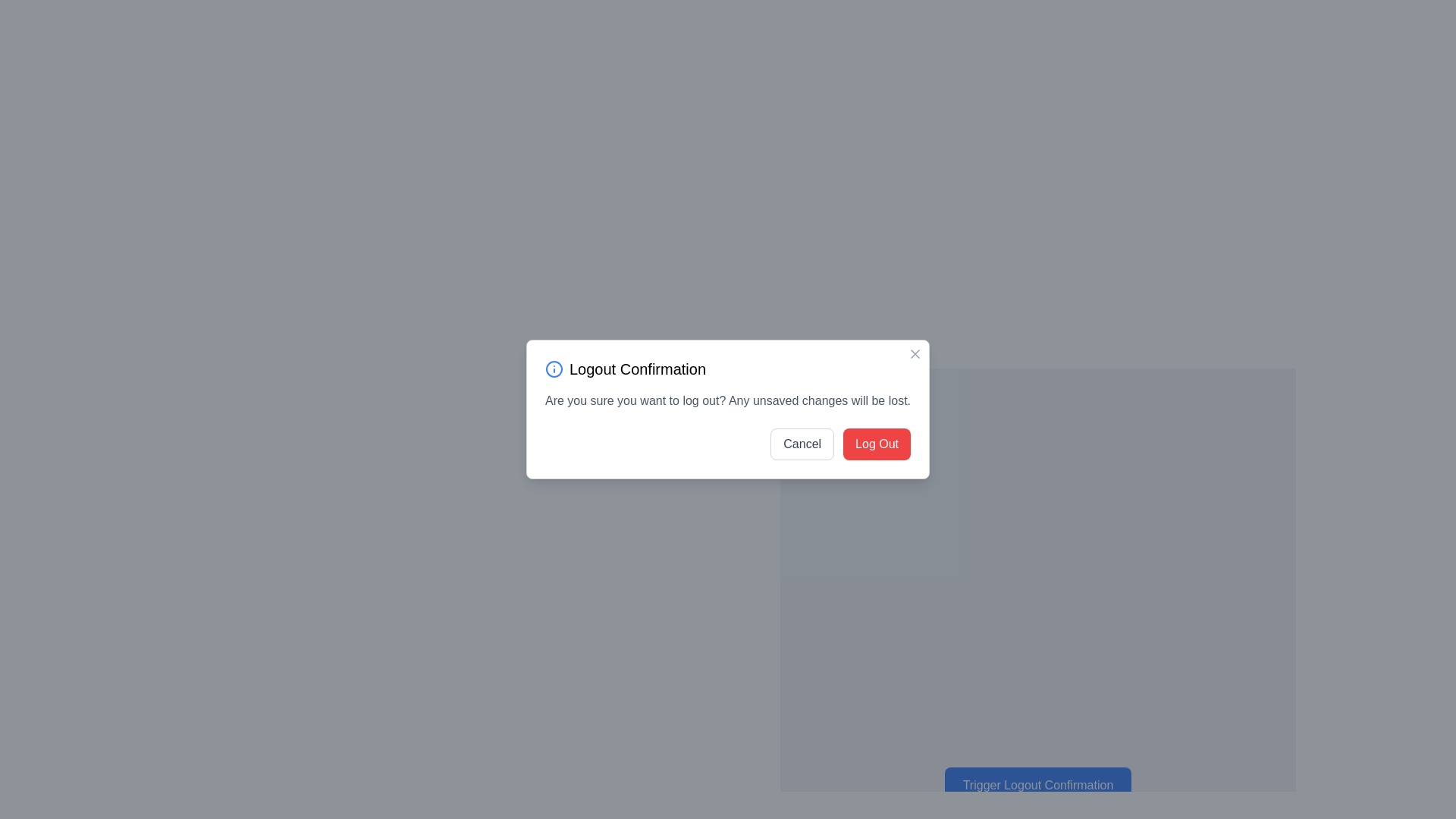  Describe the element at coordinates (1037, 778) in the screenshot. I see `the rectangular button with rounded corners, blue background, and white text labeled 'Trigger Logout Confirmation'` at that location.